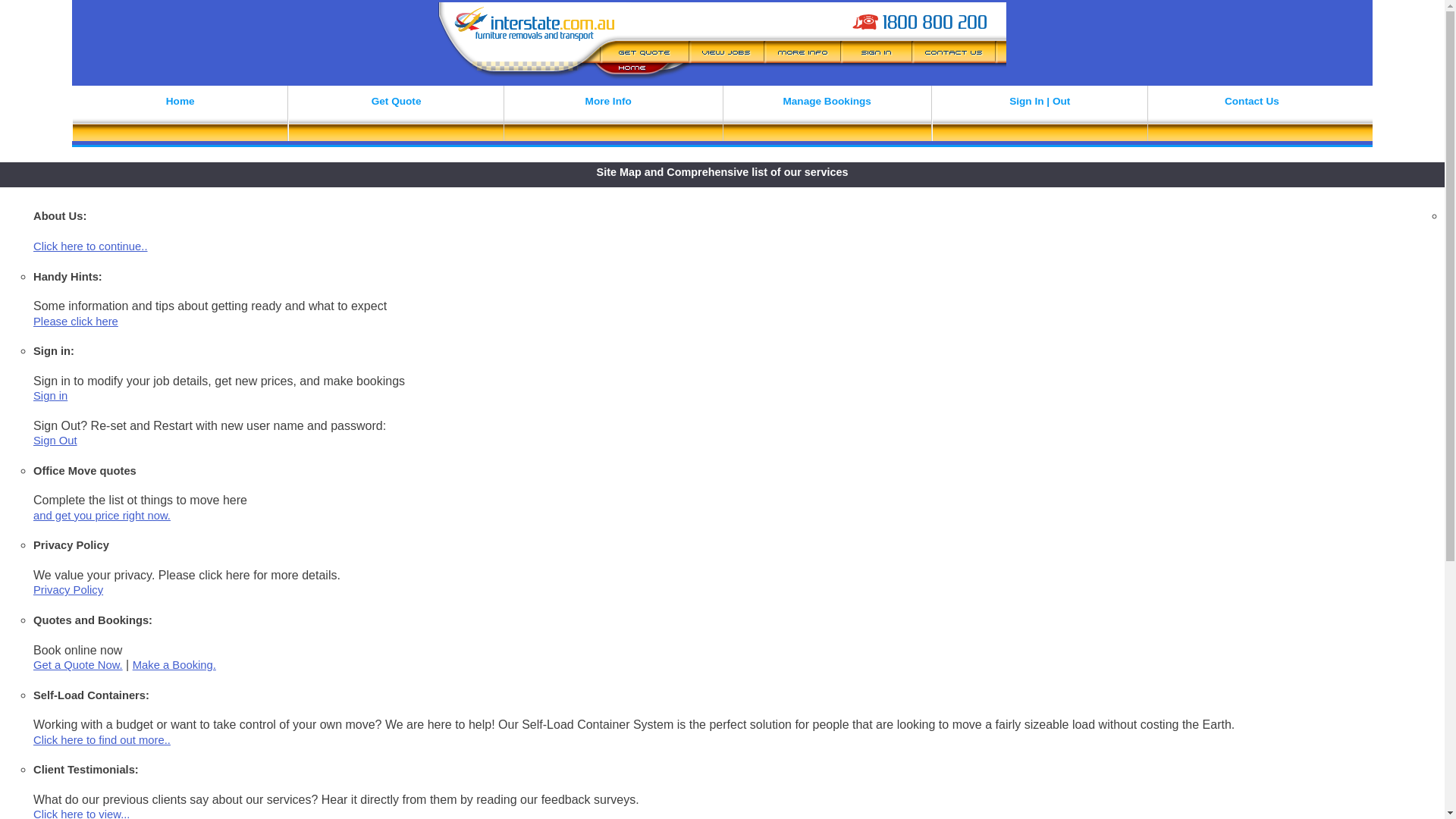 The width and height of the screenshot is (1456, 819). What do you see at coordinates (101, 514) in the screenshot?
I see `'and get you price right now.'` at bounding box center [101, 514].